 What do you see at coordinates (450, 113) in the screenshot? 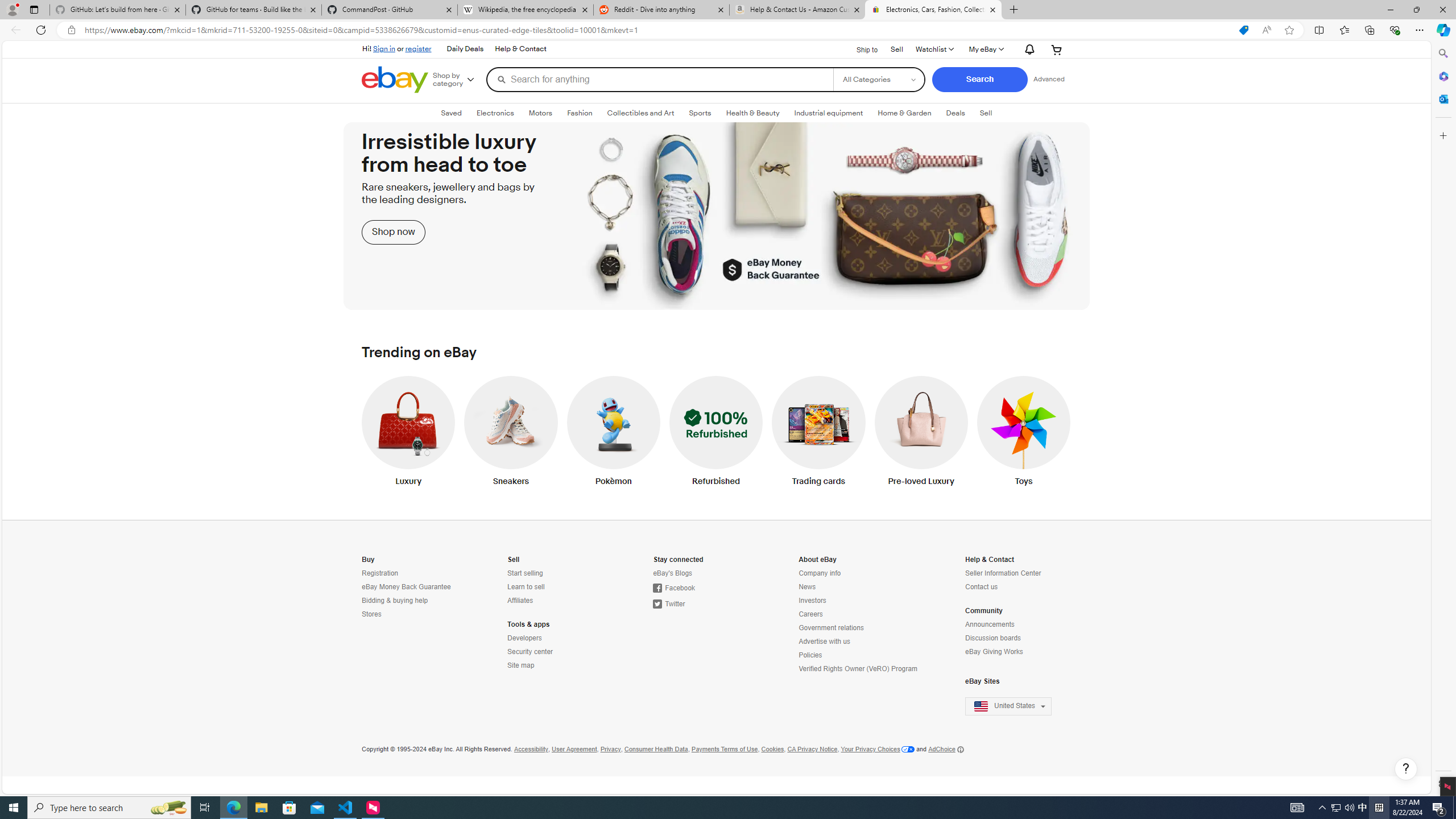
I see `'Saved'` at bounding box center [450, 113].